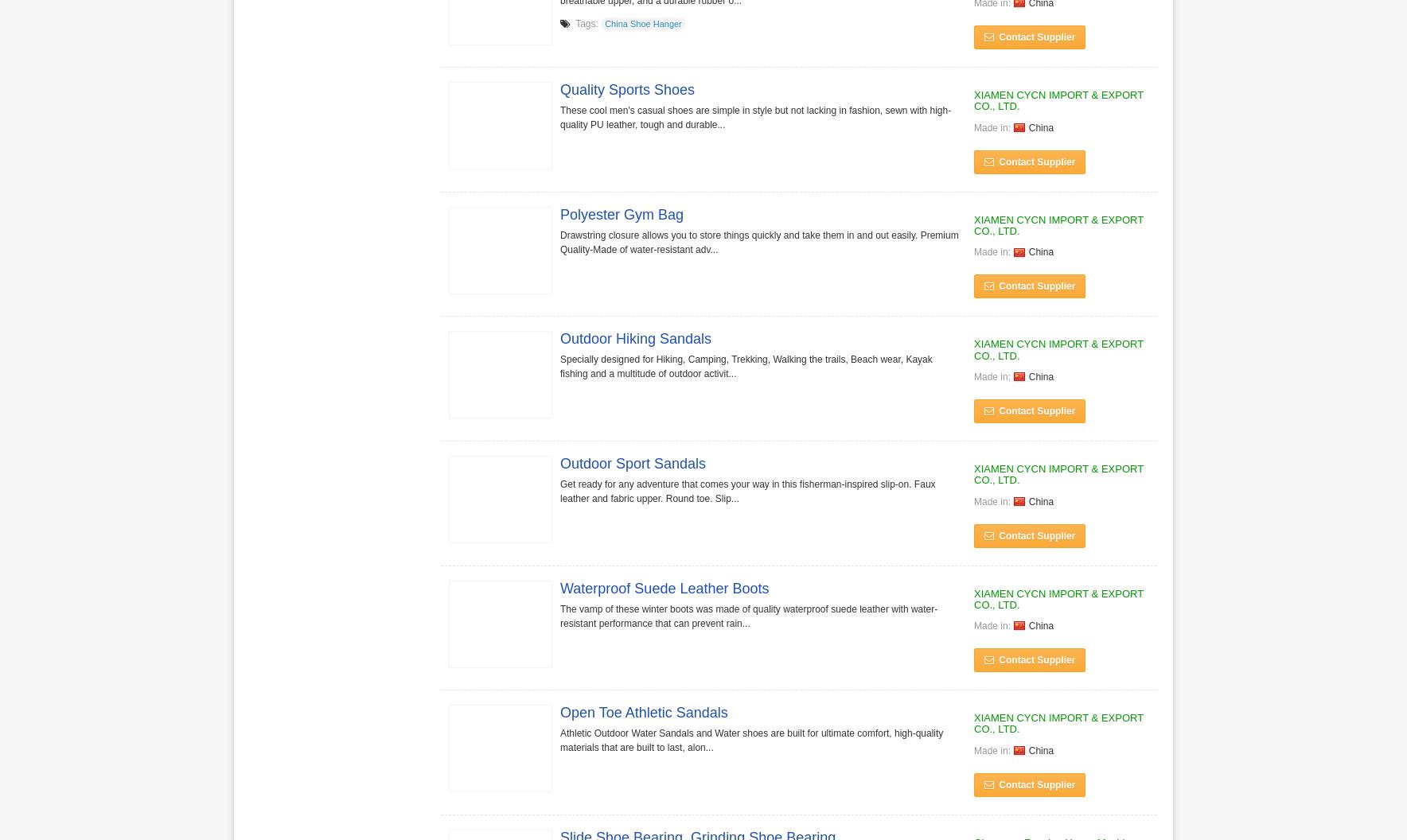 The width and height of the screenshot is (1407, 840). What do you see at coordinates (633, 462) in the screenshot?
I see `'Outdoor Sport Sandals'` at bounding box center [633, 462].